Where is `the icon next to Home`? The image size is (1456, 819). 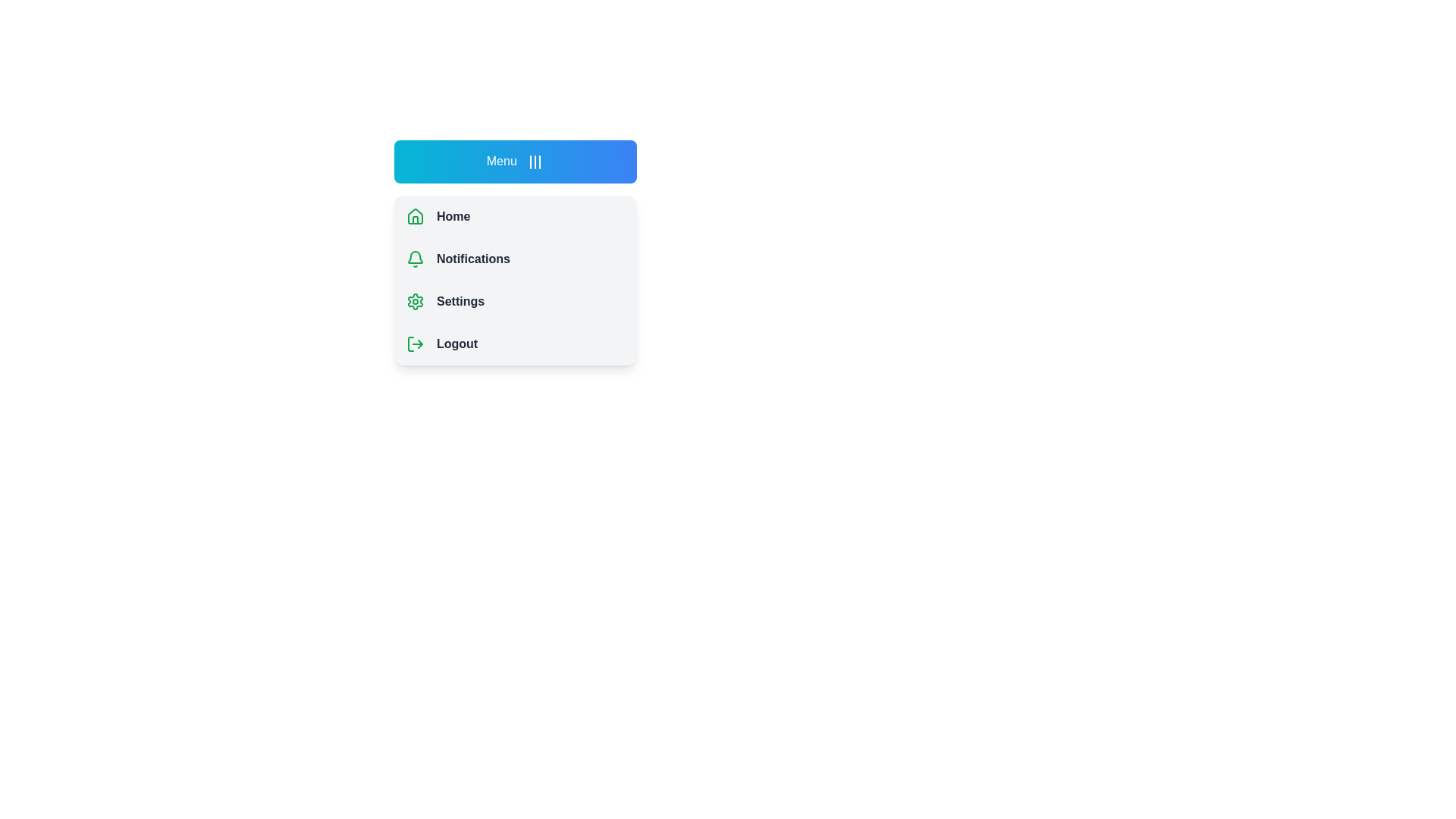
the icon next to Home is located at coordinates (415, 216).